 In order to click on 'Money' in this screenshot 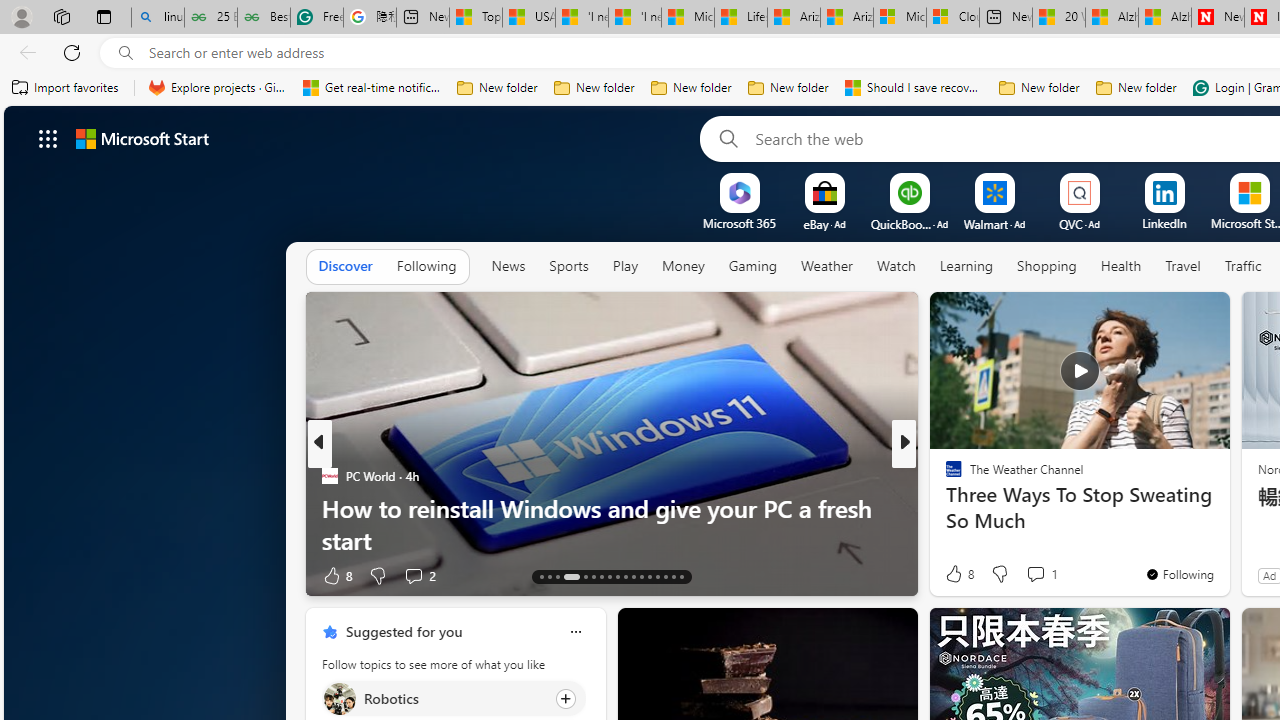, I will do `click(682, 266)`.